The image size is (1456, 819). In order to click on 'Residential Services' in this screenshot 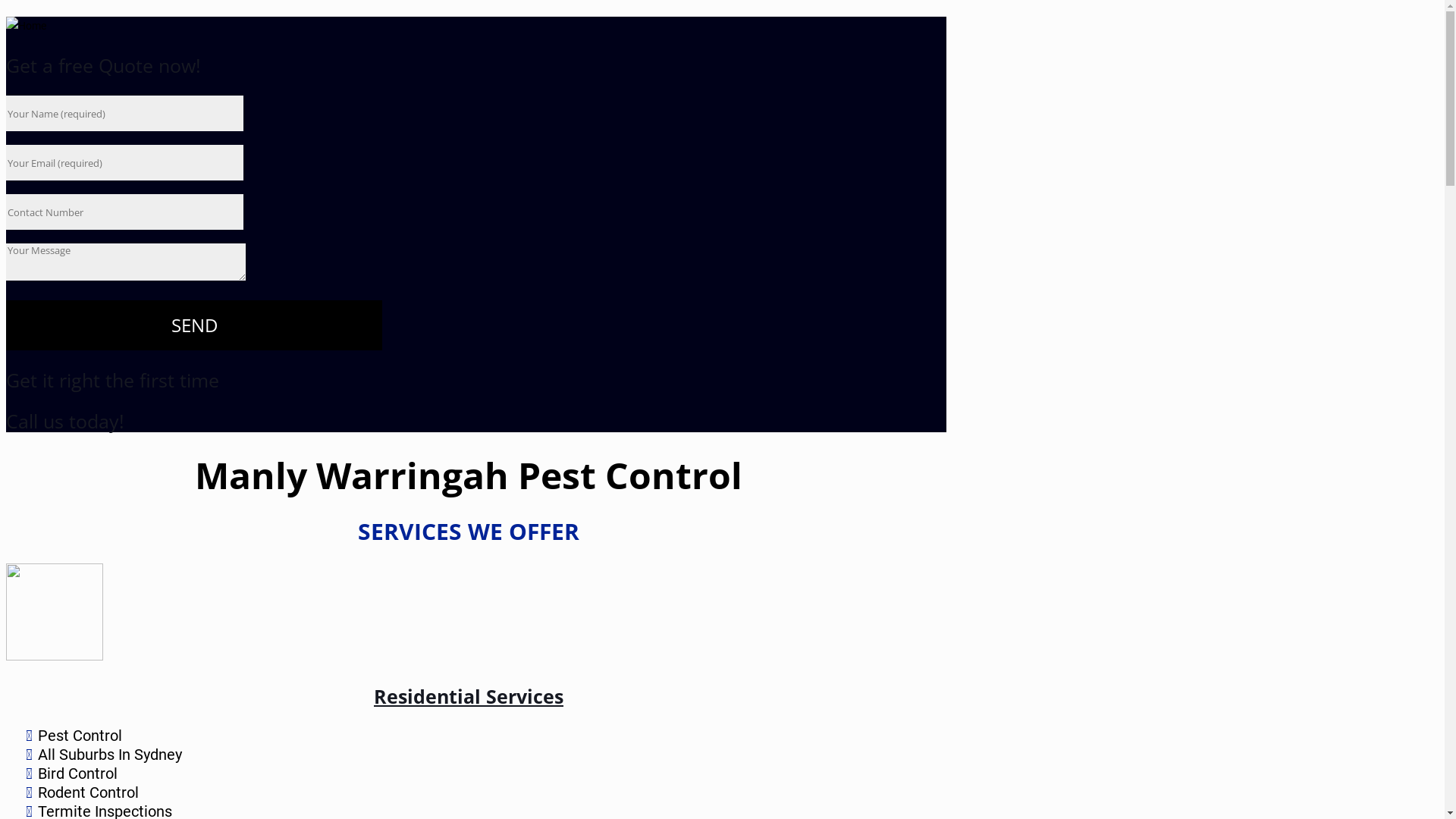, I will do `click(468, 696)`.